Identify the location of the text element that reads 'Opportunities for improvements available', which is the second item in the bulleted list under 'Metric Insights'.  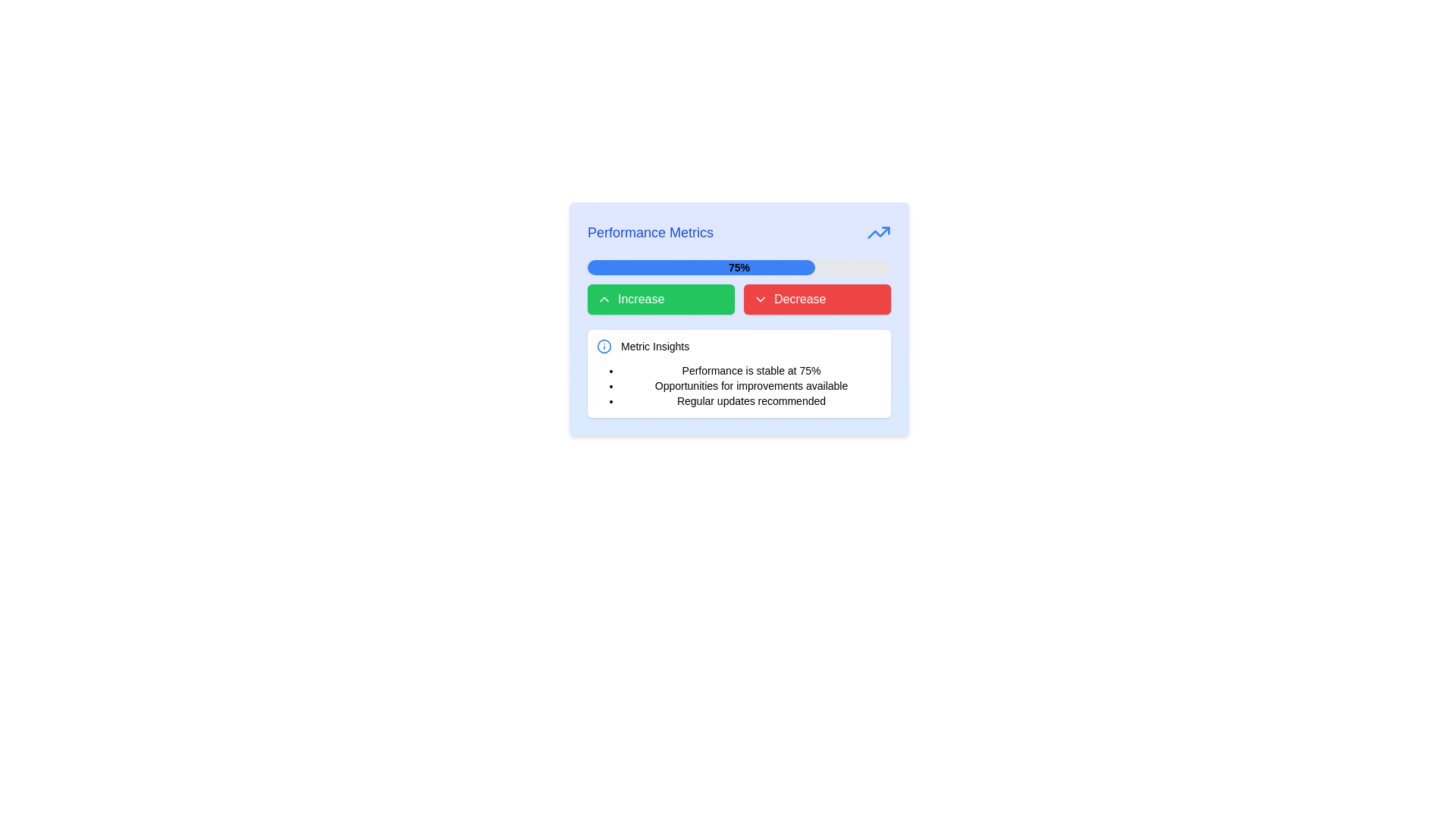
(751, 385).